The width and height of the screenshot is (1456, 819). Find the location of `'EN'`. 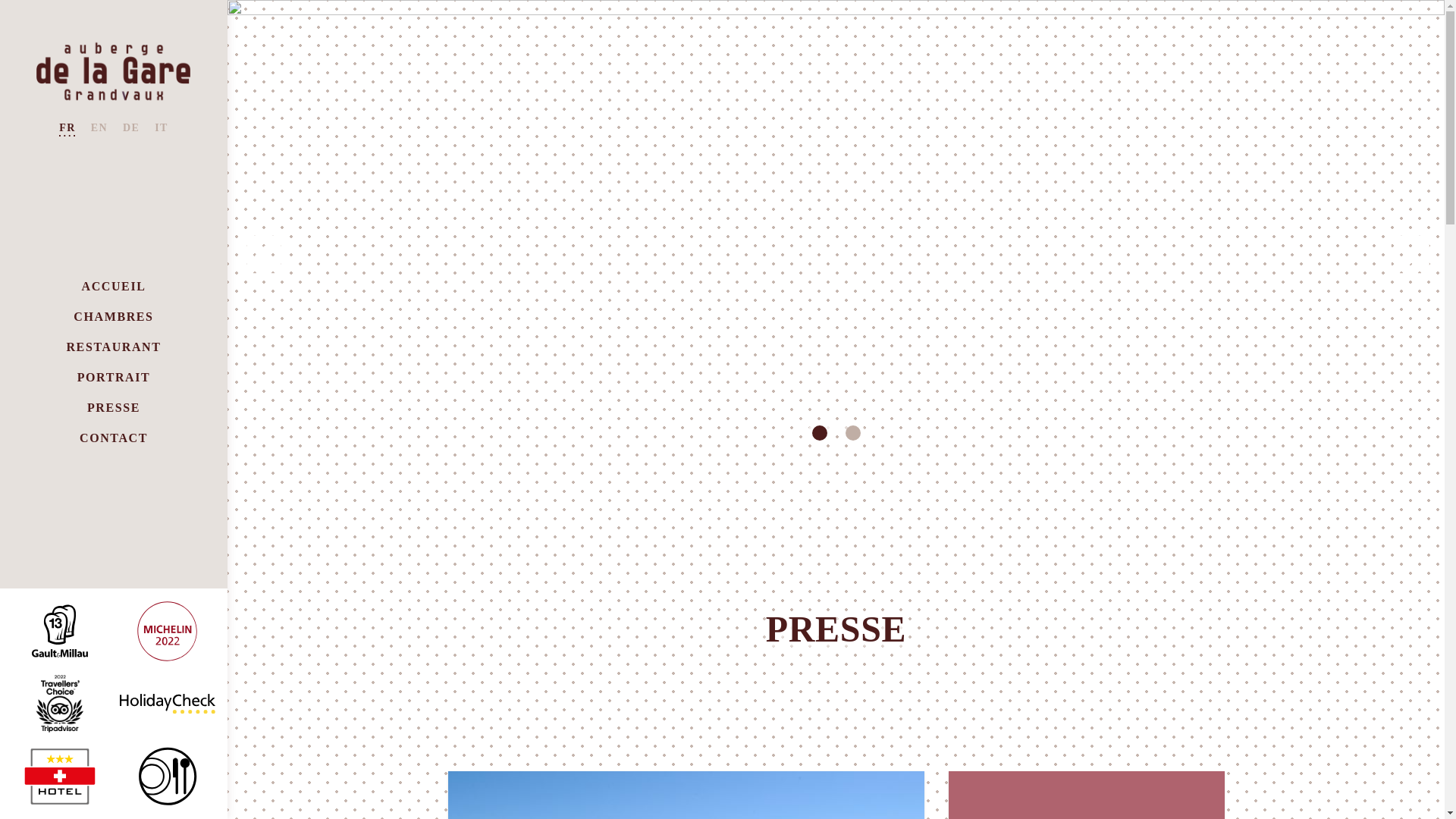

'EN' is located at coordinates (98, 127).